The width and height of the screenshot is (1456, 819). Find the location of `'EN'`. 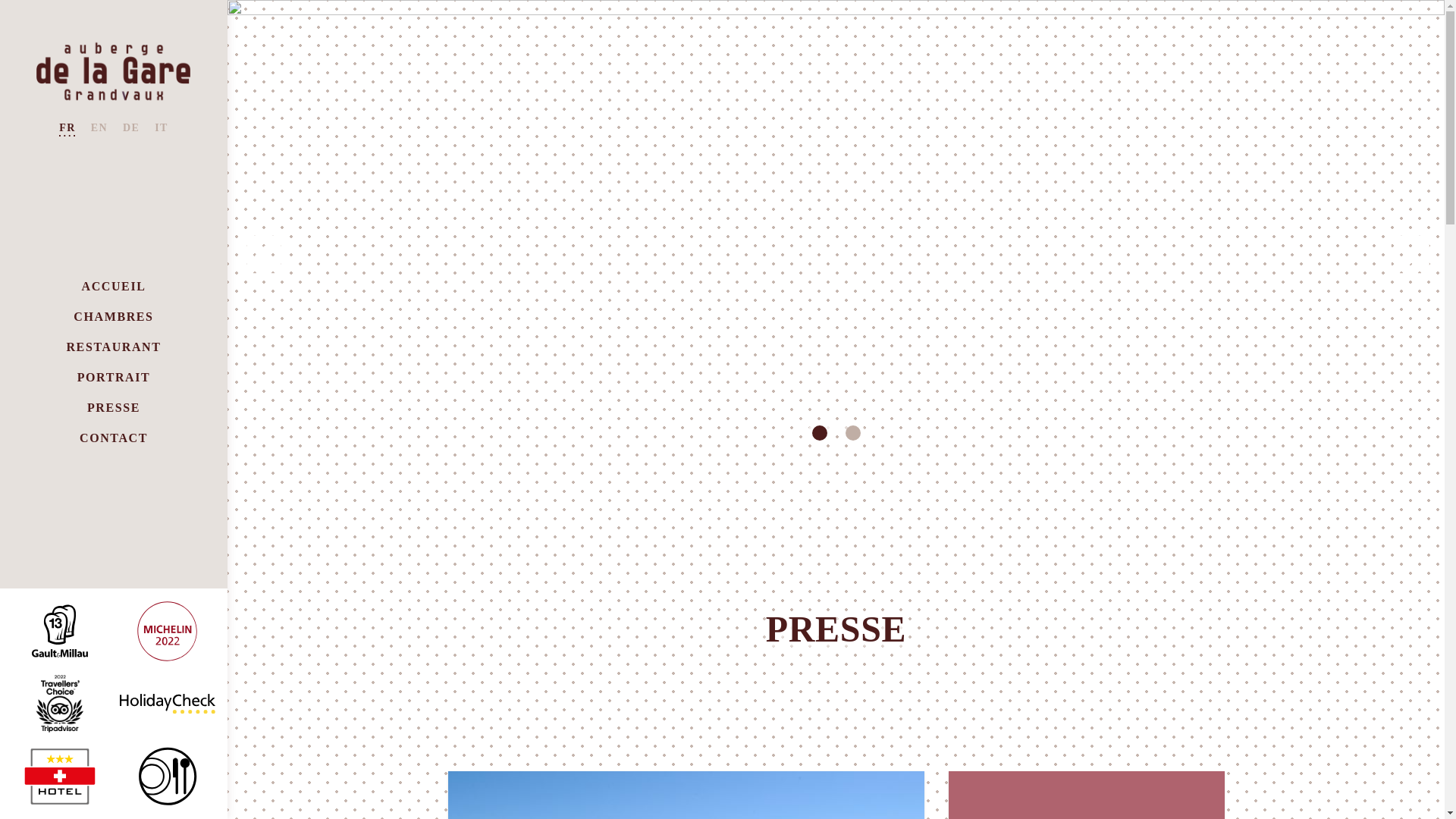

'EN' is located at coordinates (98, 127).